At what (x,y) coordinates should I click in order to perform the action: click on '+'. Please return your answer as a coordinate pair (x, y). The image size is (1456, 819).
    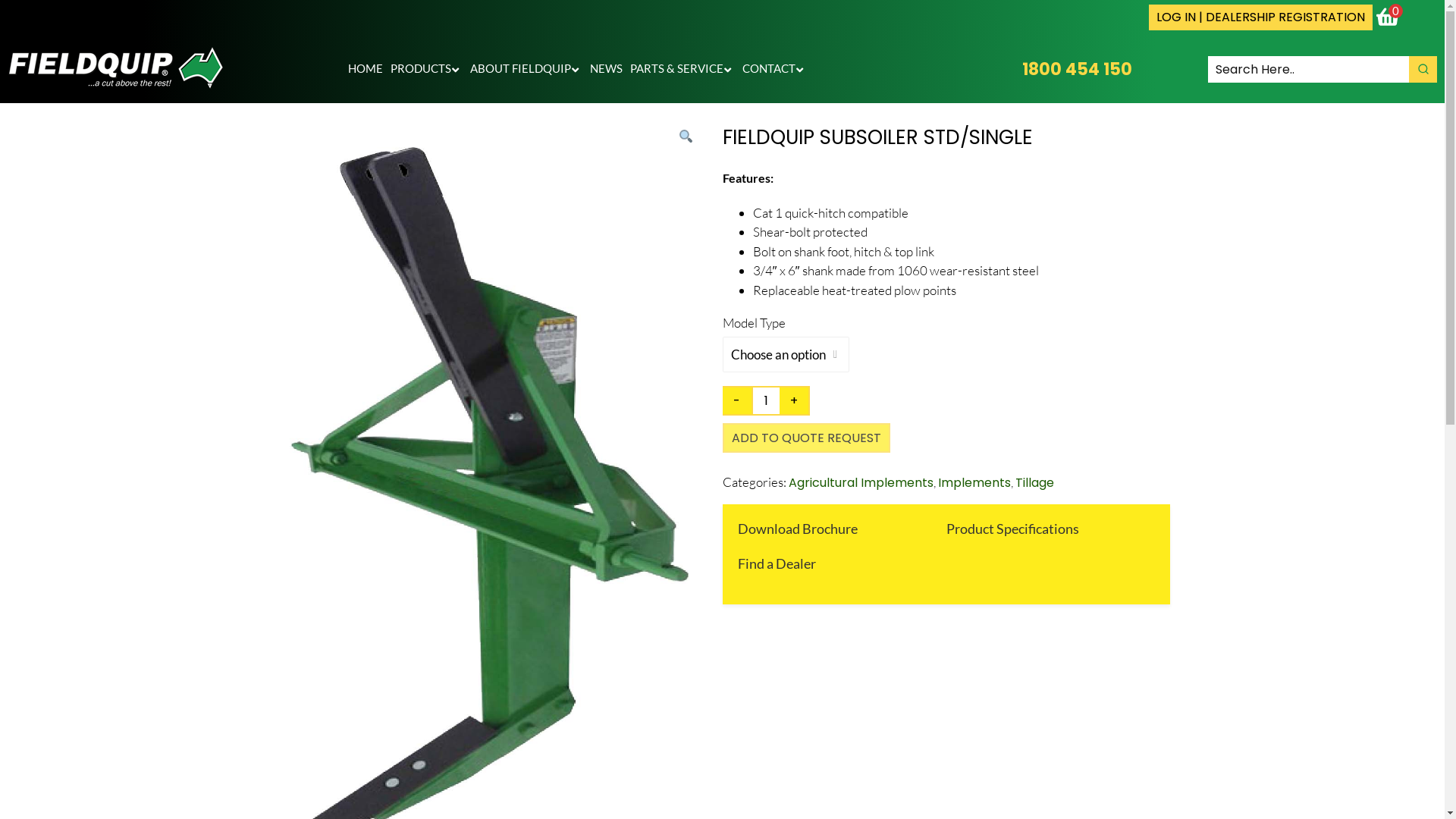
    Looking at the image, I should click on (793, 400).